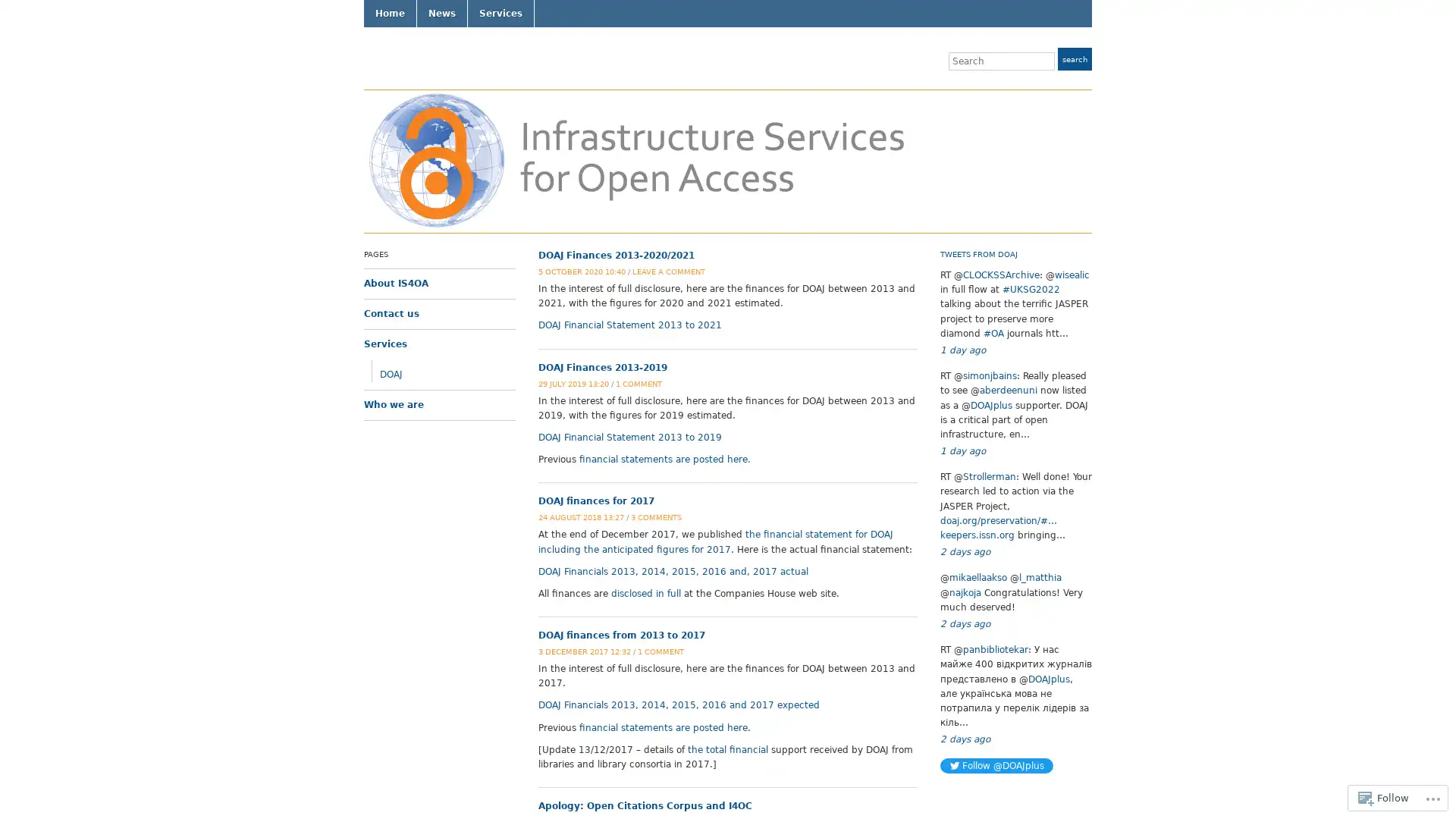 The image size is (1456, 819). I want to click on search, so click(1074, 58).